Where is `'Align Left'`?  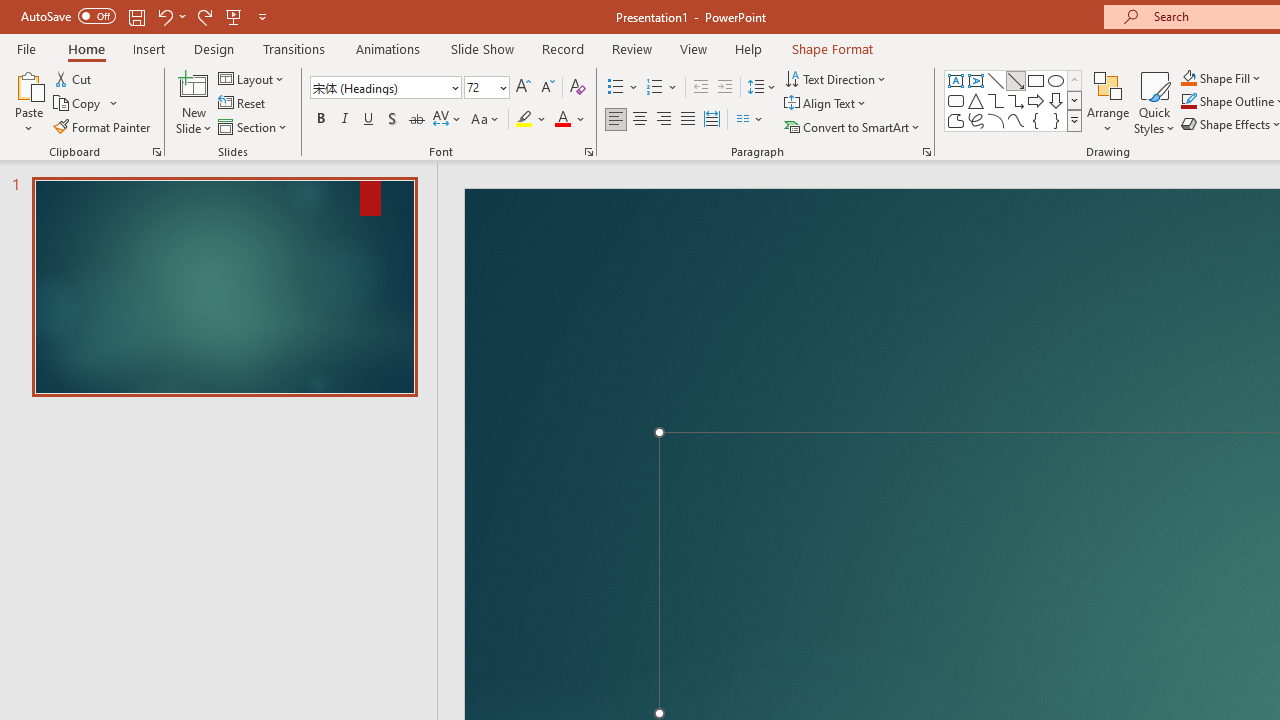
'Align Left' is located at coordinates (615, 119).